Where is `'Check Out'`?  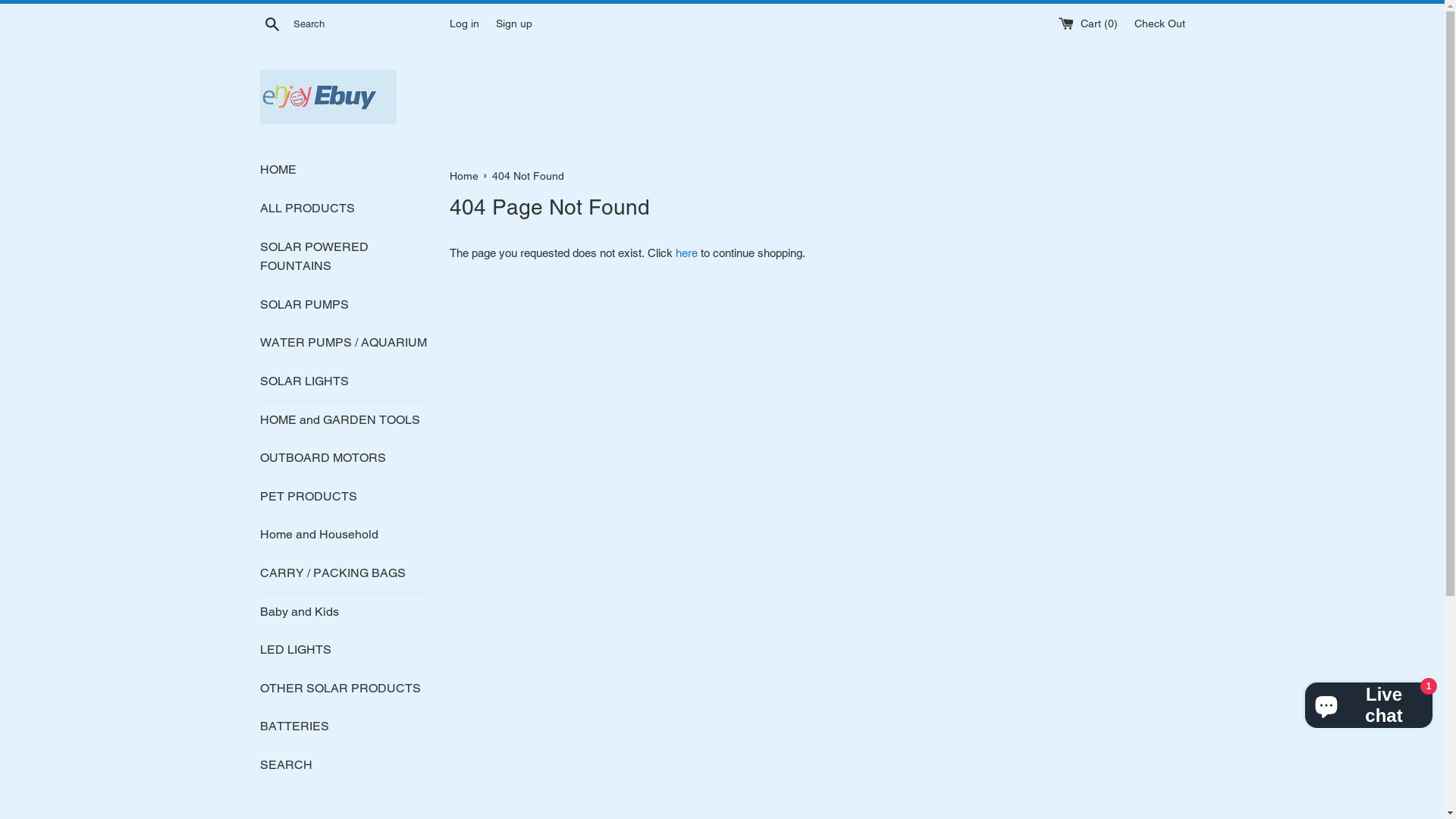
'Check Out' is located at coordinates (1159, 23).